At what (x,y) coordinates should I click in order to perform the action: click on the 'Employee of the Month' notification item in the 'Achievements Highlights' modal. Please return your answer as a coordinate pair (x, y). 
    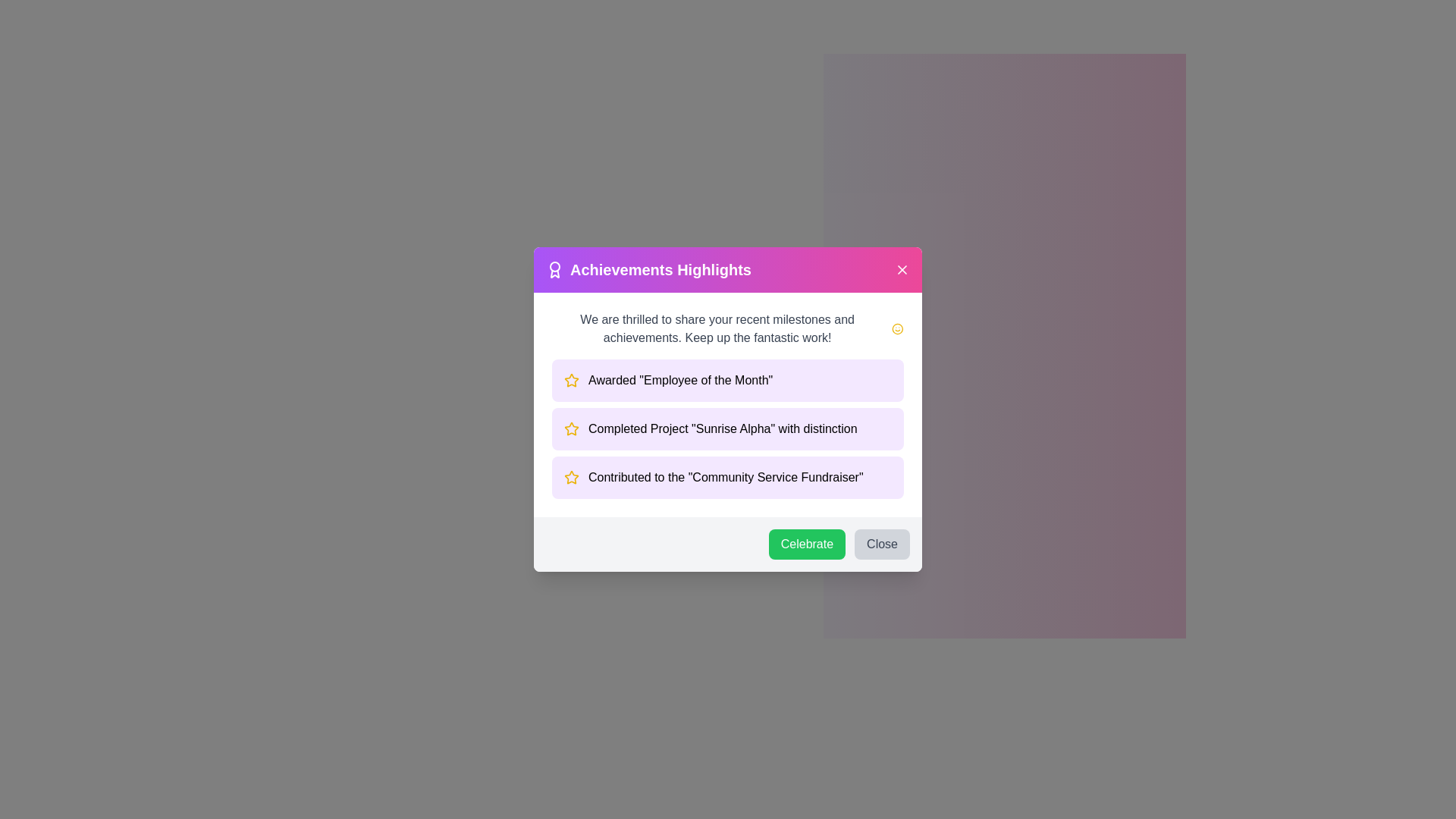
    Looking at the image, I should click on (728, 379).